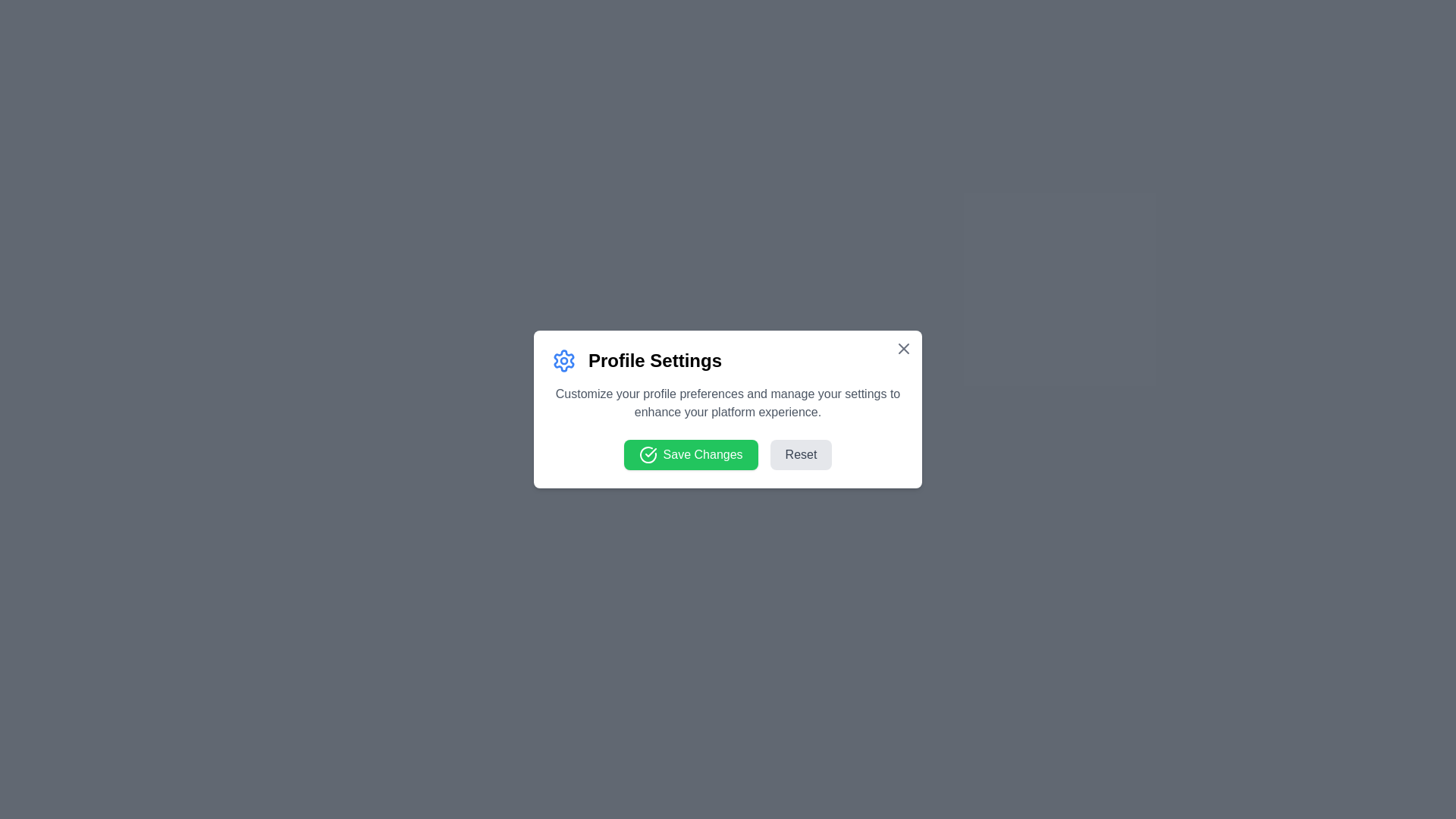 This screenshot has width=1456, height=819. What do you see at coordinates (800, 454) in the screenshot?
I see `'Reset' button to revert settings to default` at bounding box center [800, 454].